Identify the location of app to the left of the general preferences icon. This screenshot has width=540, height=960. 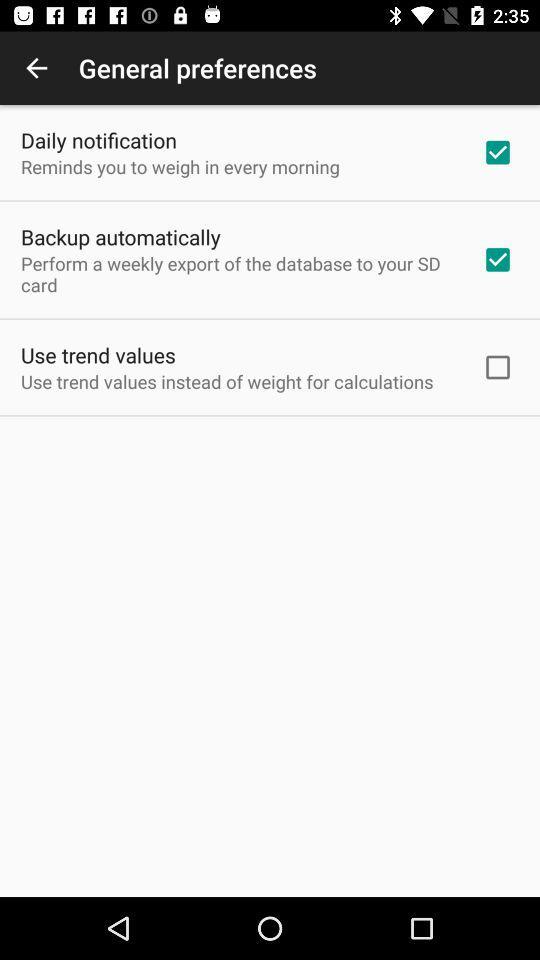
(36, 68).